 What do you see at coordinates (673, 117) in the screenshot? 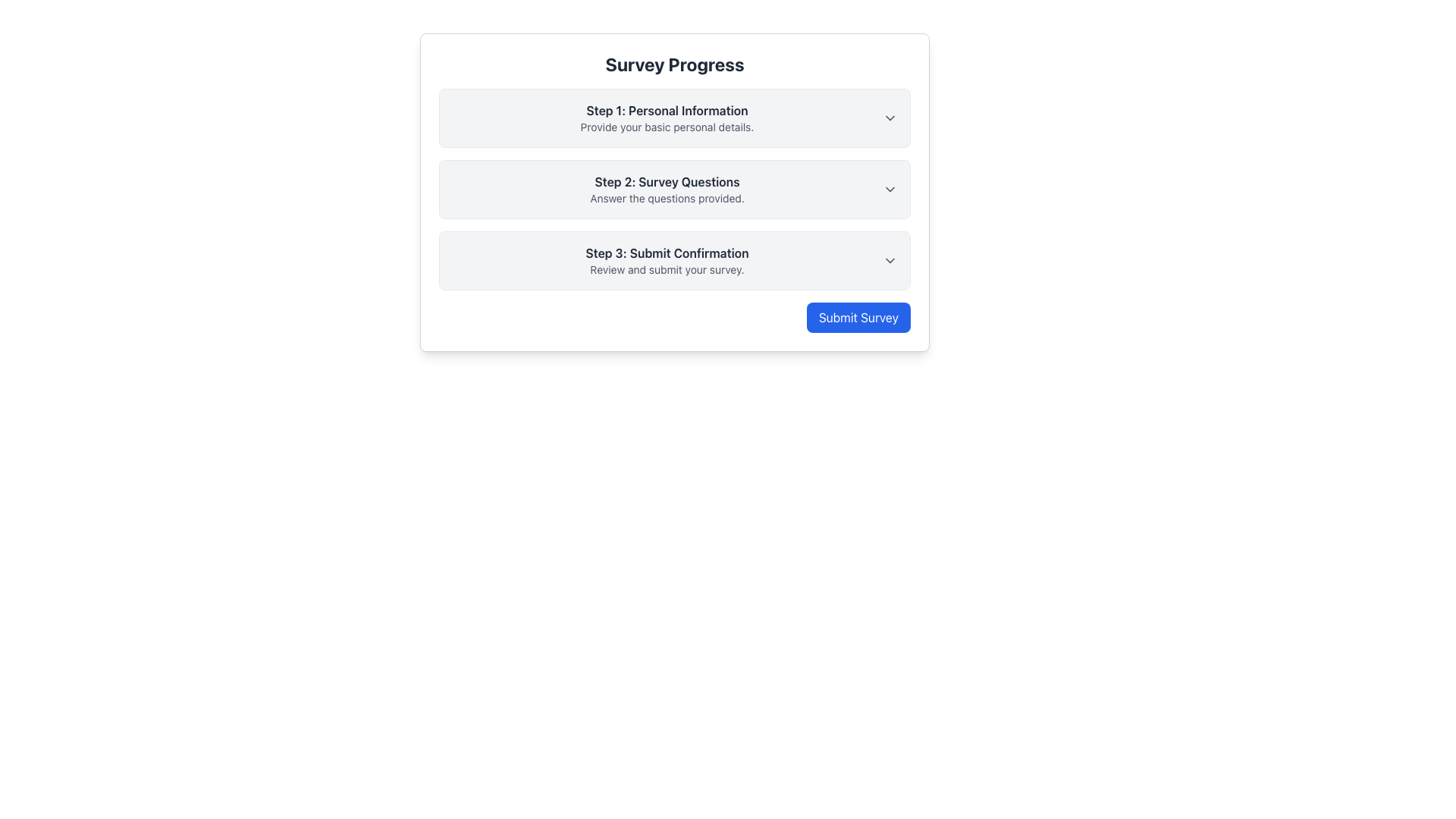
I see `the title of the Collapsible Section for 'Step 1: Personal Information'` at bounding box center [673, 117].